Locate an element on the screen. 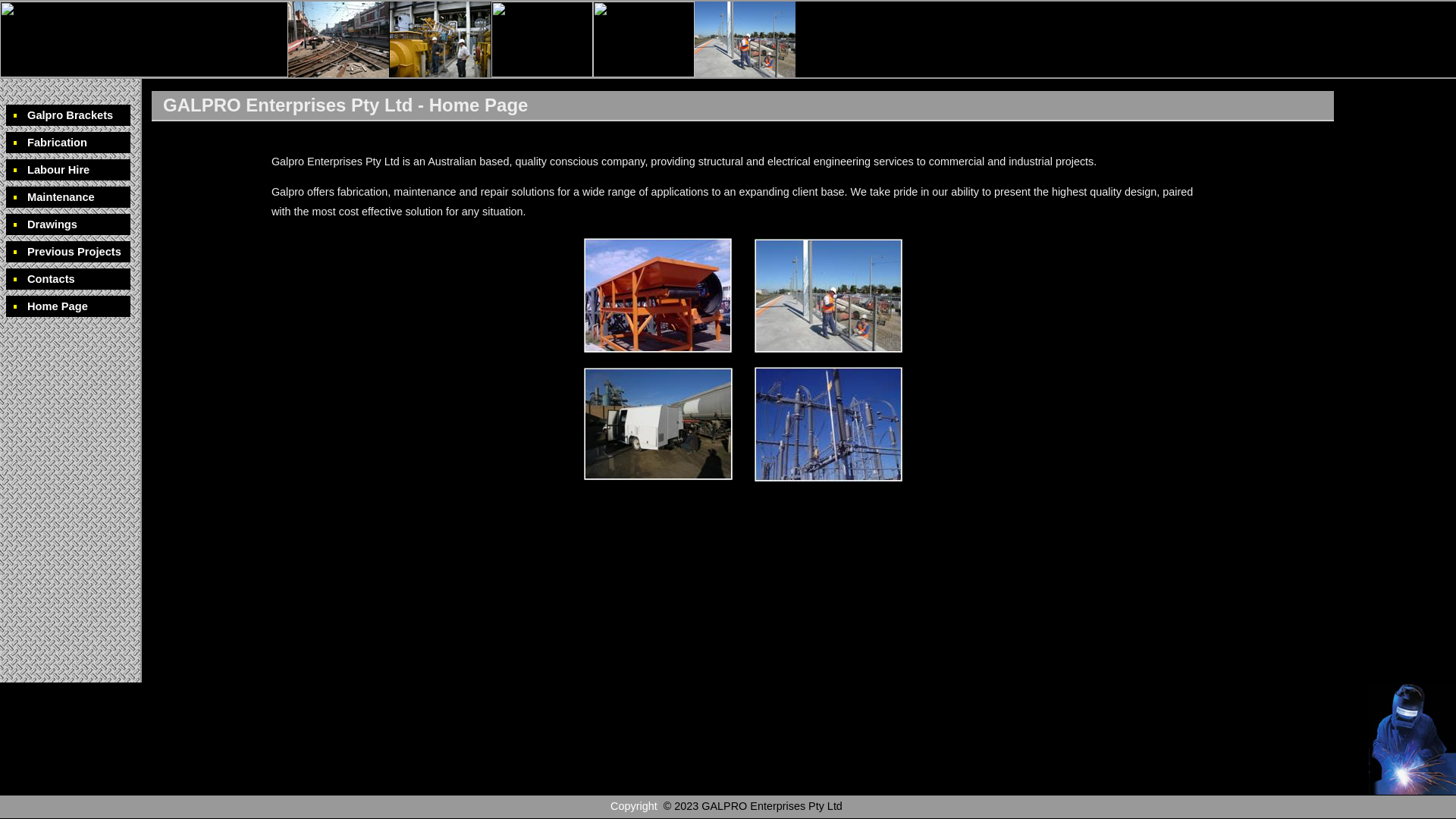  'Previous Projects' is located at coordinates (6, 250).